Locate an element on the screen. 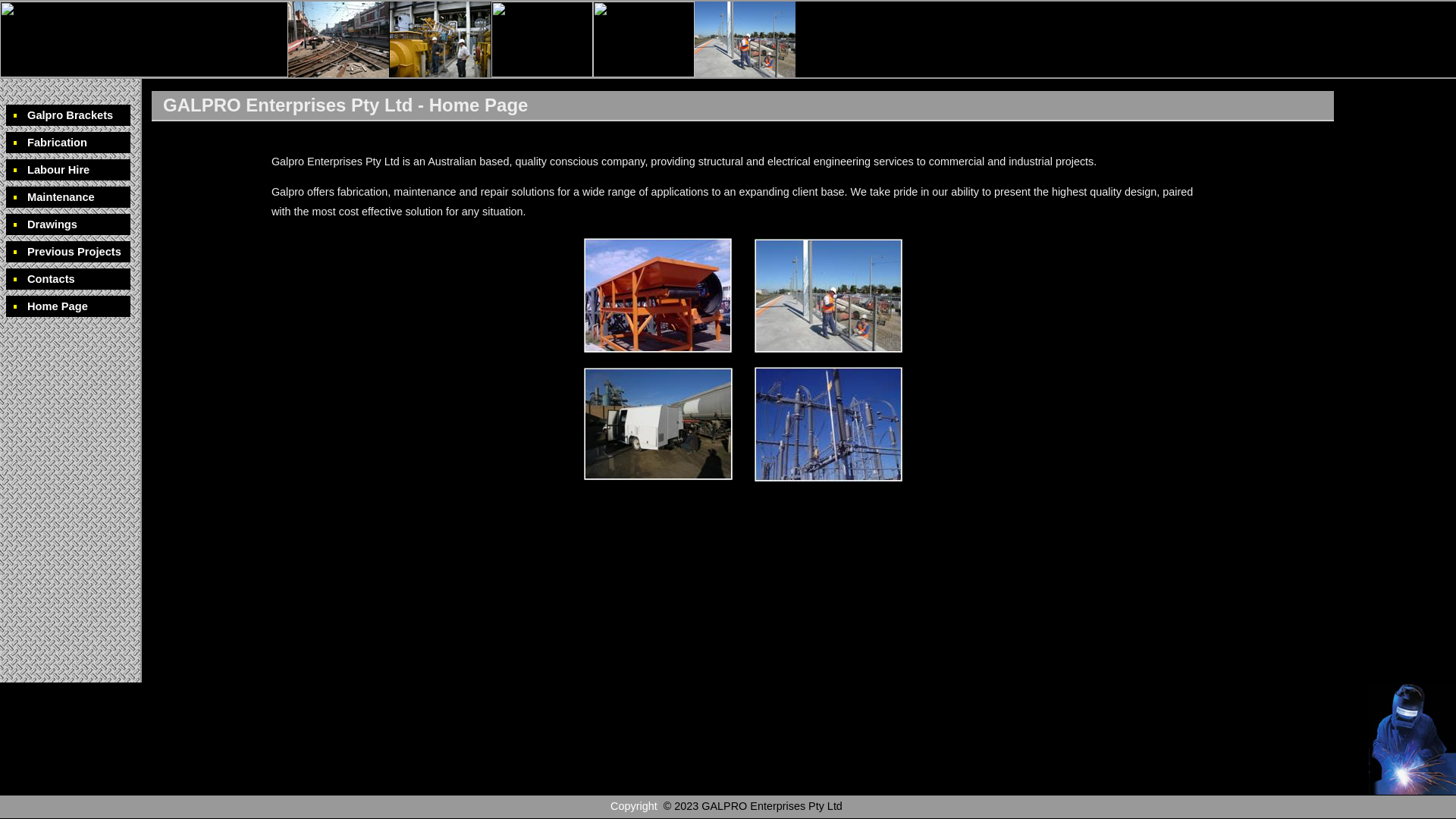  'Previous Projects' is located at coordinates (6, 250).